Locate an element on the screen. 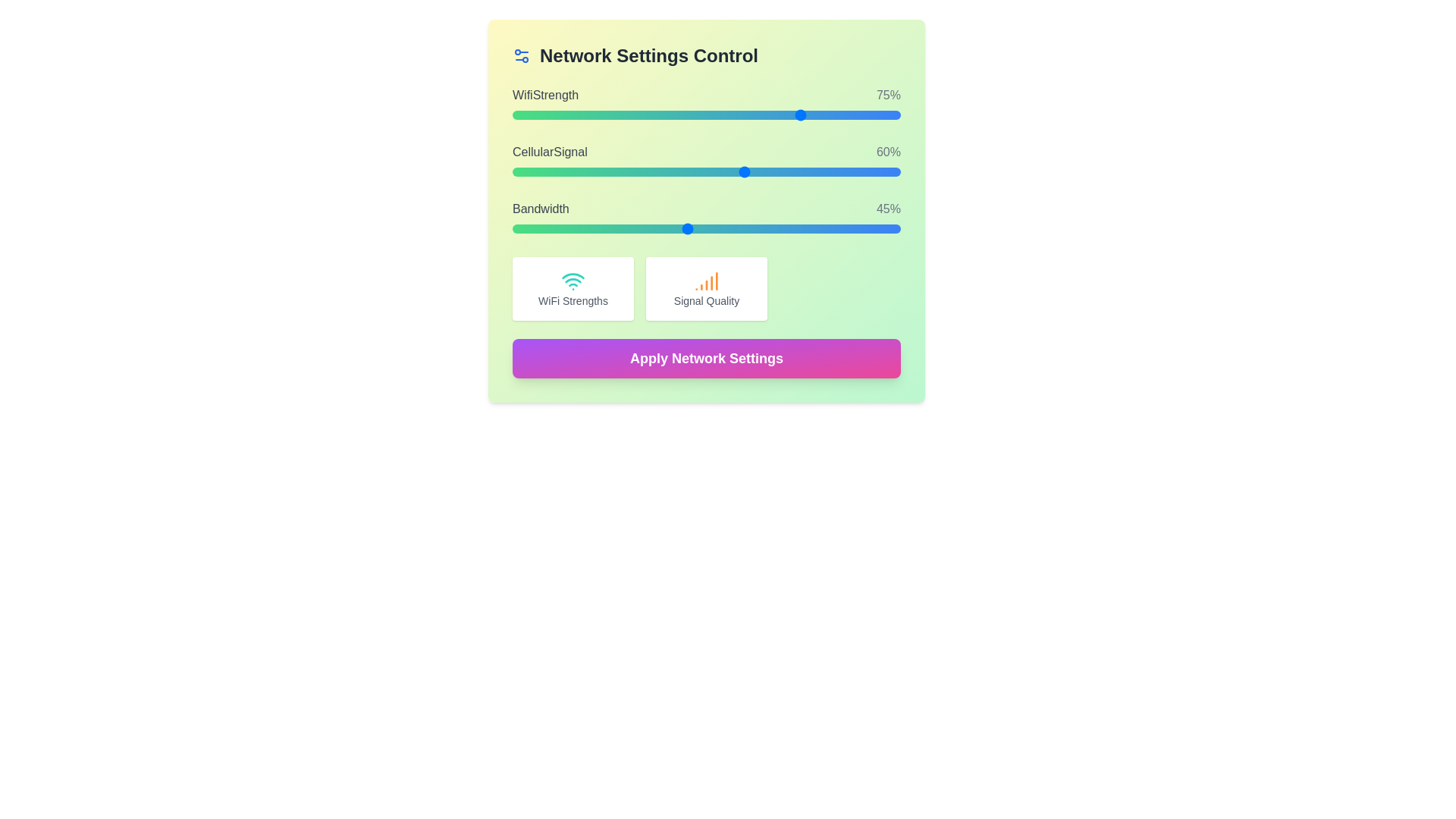 This screenshot has width=1456, height=819. the Cellular Signal slider is located at coordinates (670, 171).